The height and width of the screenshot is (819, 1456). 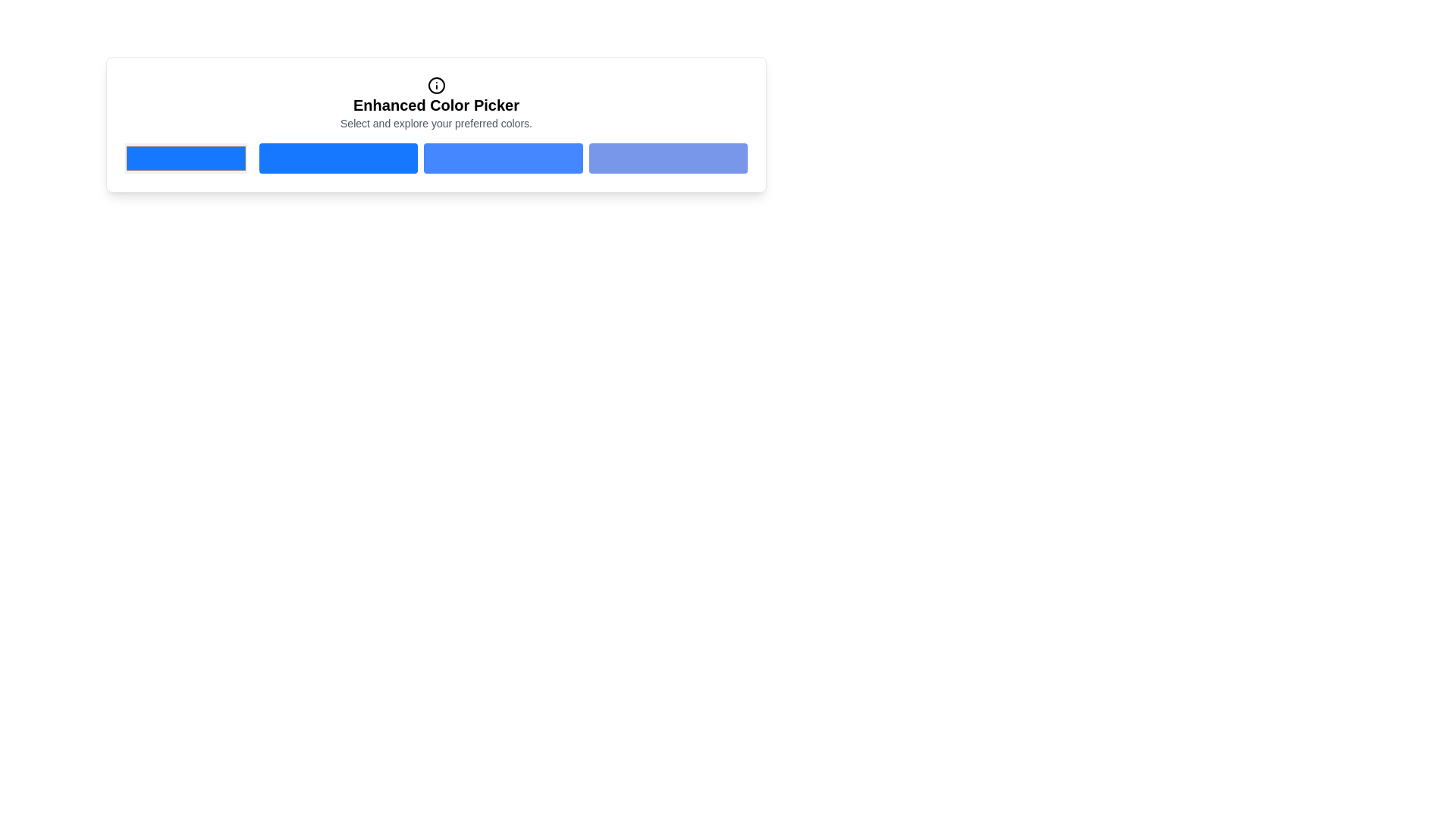 I want to click on the second rectangle in the horizontal grid layout that contains three equally spaced blue rectangles with rounded edges, so click(x=503, y=158).